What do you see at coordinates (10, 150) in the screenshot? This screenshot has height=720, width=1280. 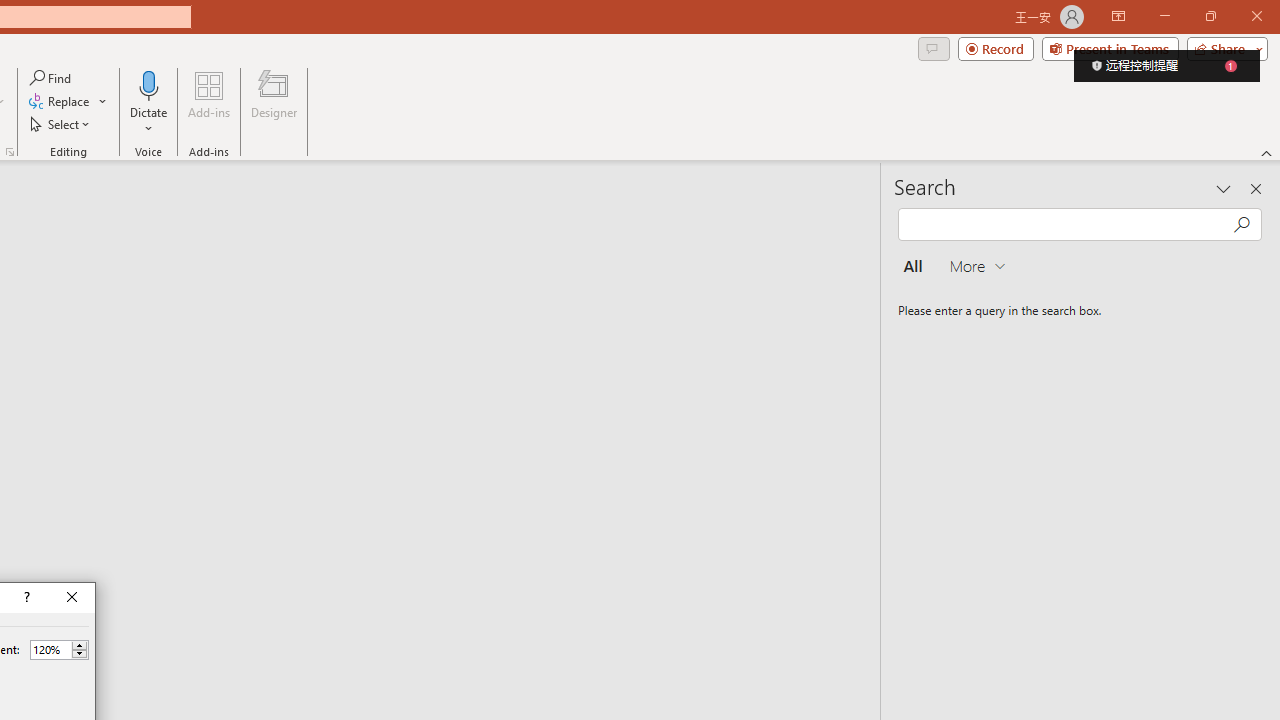 I see `'Format Object...'` at bounding box center [10, 150].